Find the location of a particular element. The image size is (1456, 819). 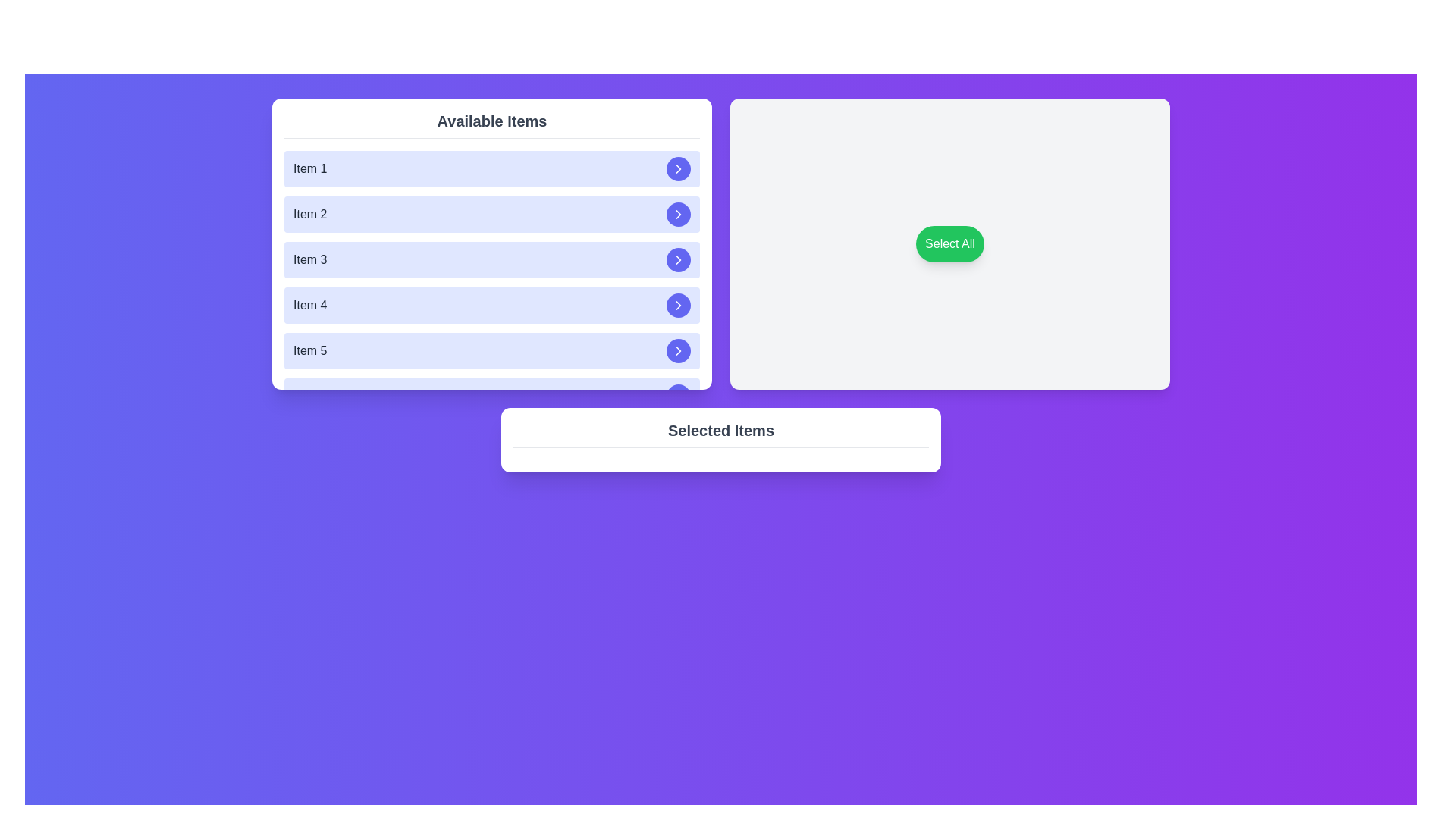

the rightward-pointing chevron icon within the circular button located next to 'Item 3' in the 'Available Items' list to initiate an action is located at coordinates (677, 259).